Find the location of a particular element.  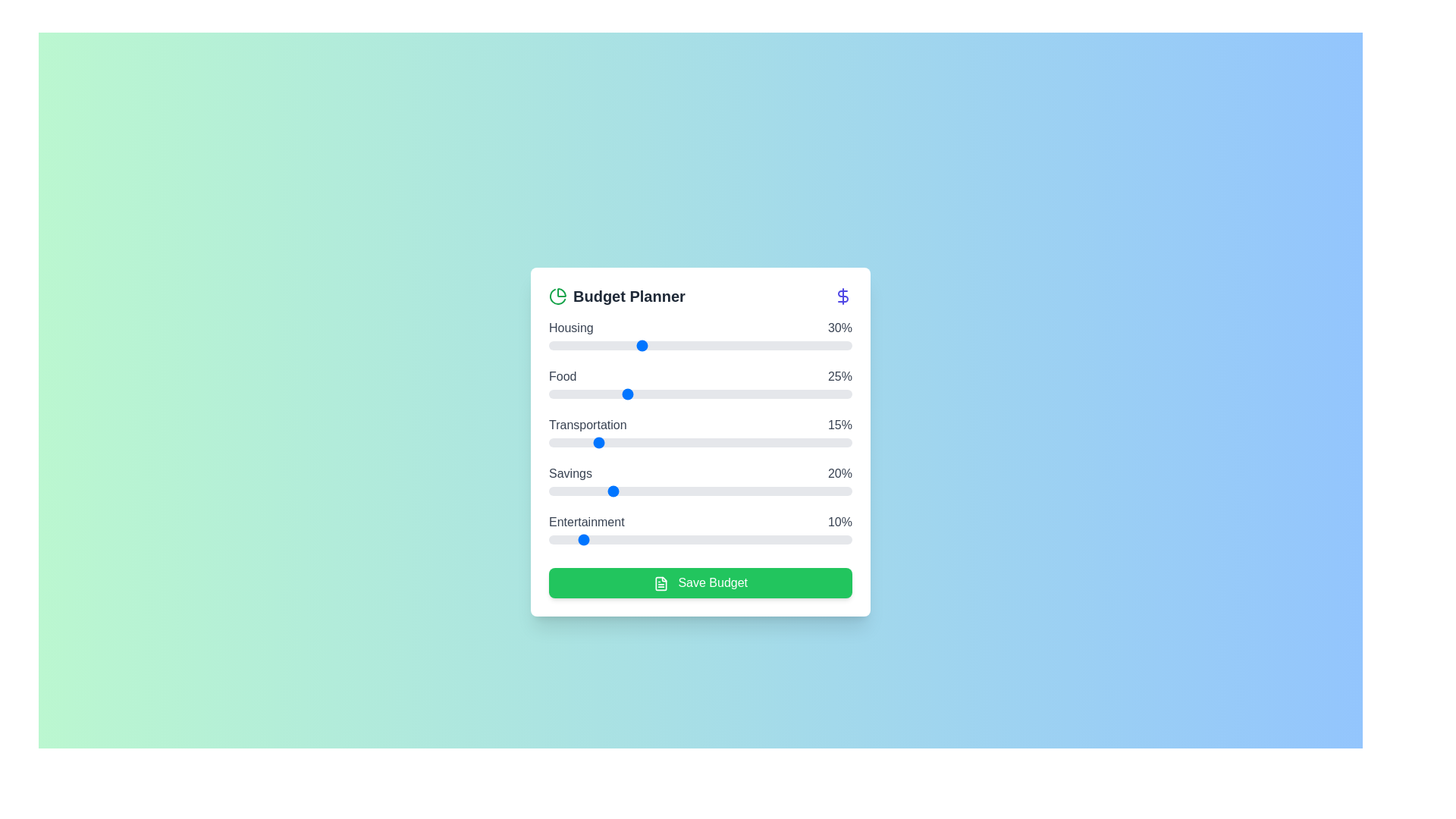

the slider for 'Food' to set its percentage to 35 is located at coordinates (655, 394).